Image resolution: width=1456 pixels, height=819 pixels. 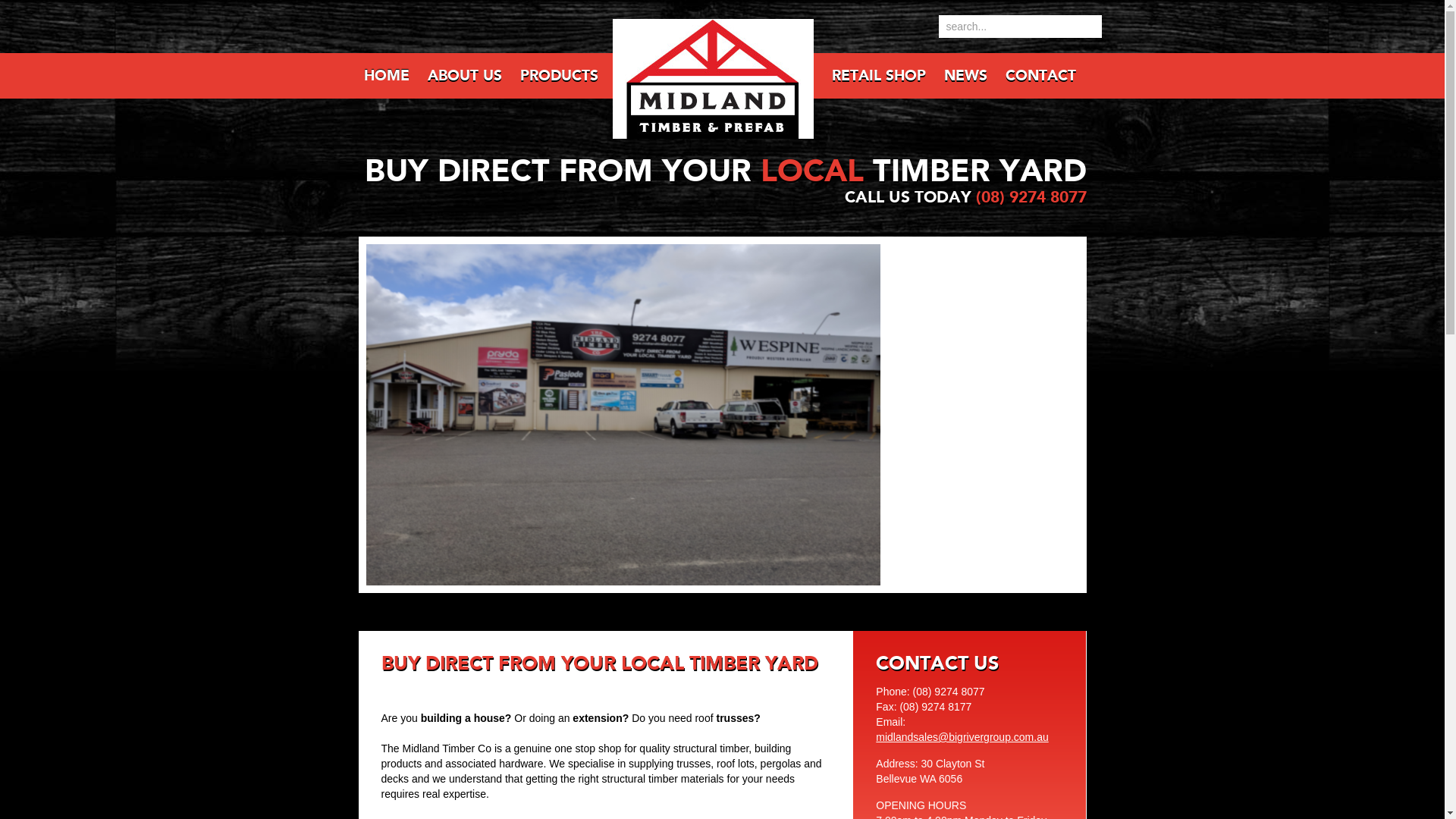 What do you see at coordinates (557, 76) in the screenshot?
I see `'PRODUCTS'` at bounding box center [557, 76].